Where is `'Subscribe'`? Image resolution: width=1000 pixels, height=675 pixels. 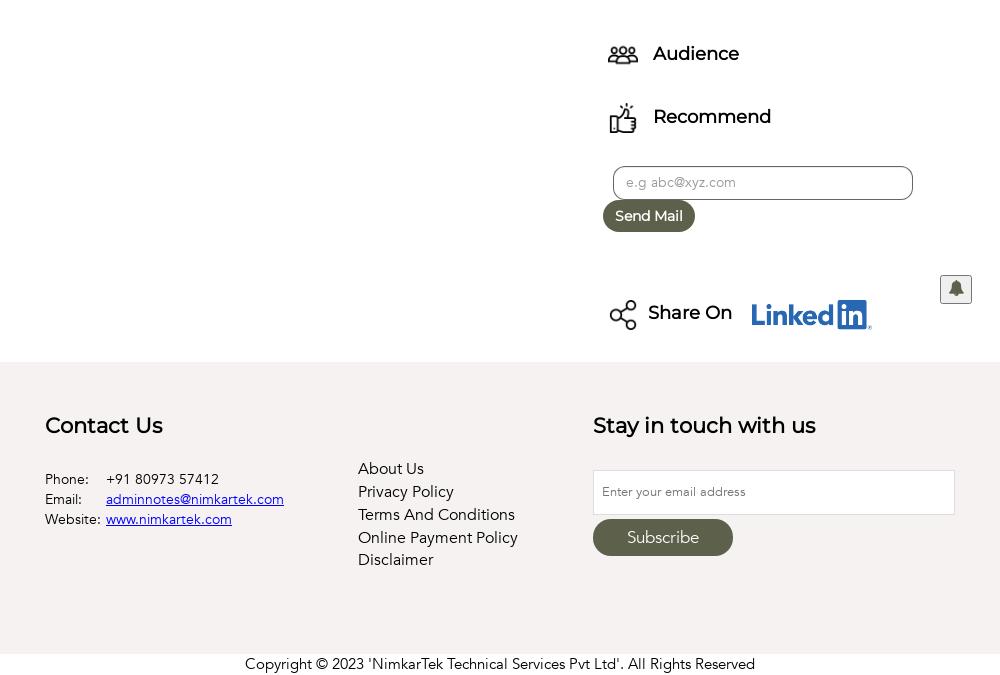
'Subscribe' is located at coordinates (663, 536).